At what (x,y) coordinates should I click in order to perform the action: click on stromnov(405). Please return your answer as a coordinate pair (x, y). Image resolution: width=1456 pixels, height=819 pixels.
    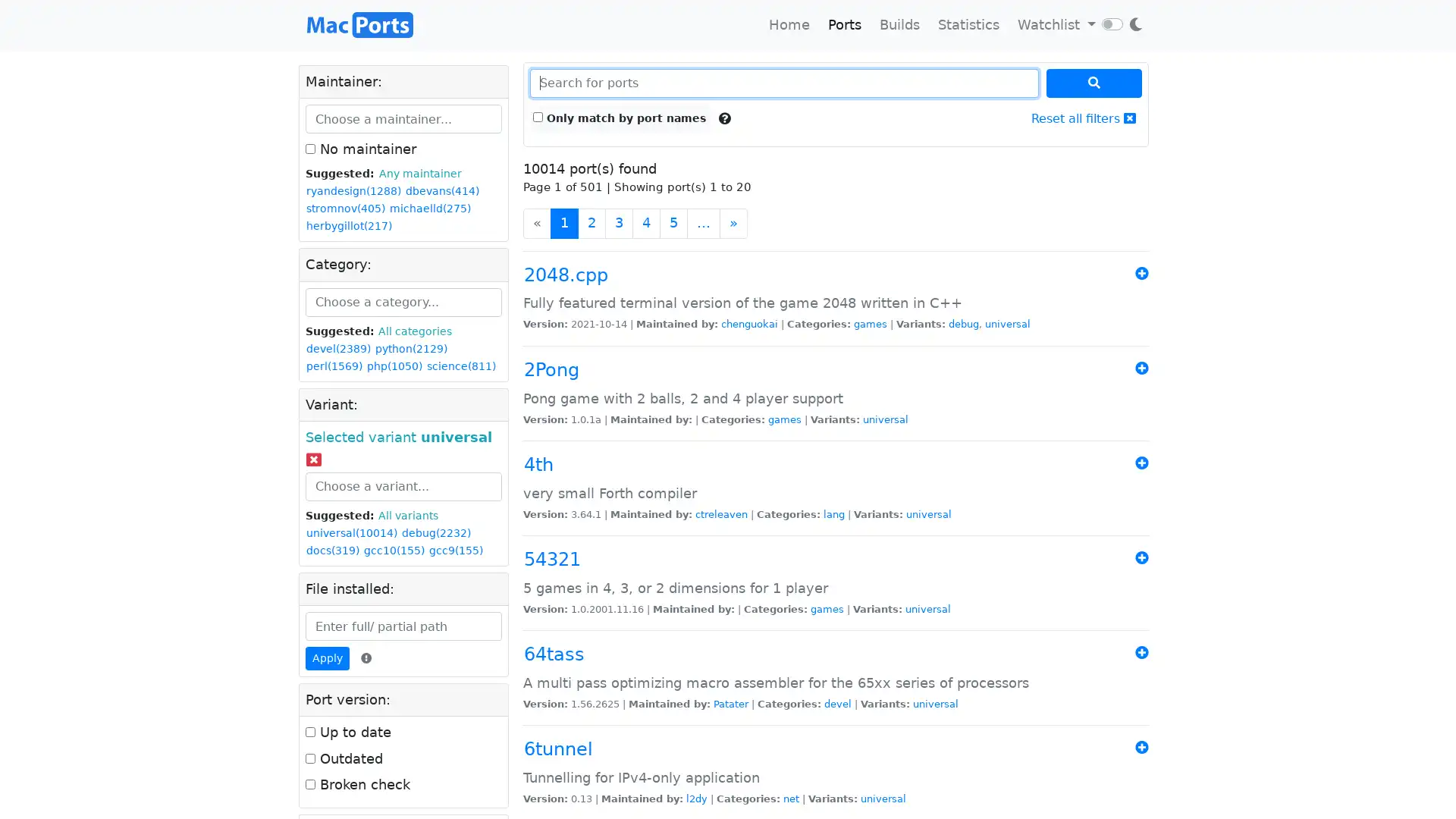
    Looking at the image, I should click on (345, 209).